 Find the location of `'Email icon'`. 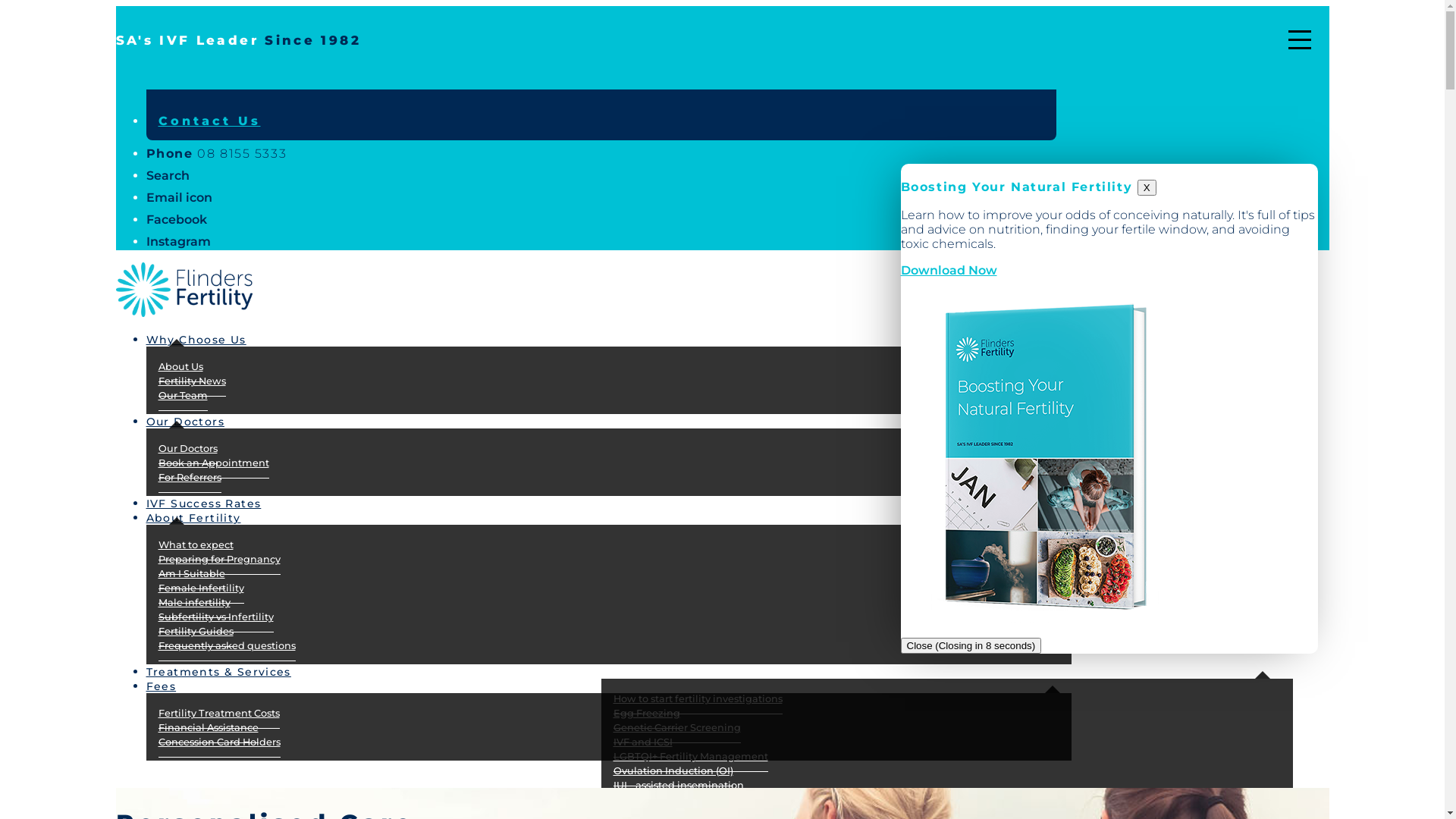

'Email icon' is located at coordinates (178, 196).